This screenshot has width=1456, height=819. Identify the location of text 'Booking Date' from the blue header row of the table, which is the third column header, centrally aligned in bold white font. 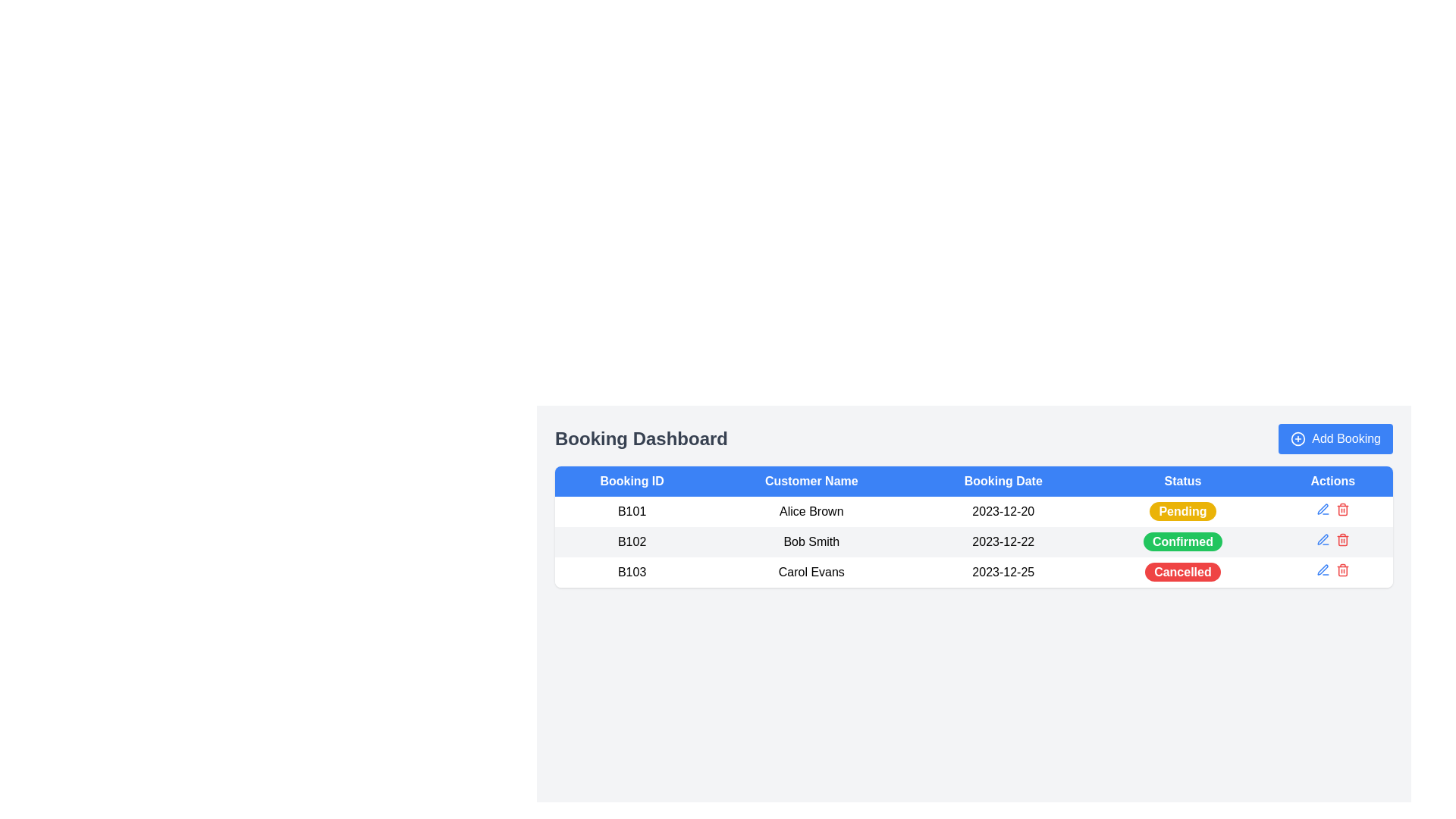
(1003, 482).